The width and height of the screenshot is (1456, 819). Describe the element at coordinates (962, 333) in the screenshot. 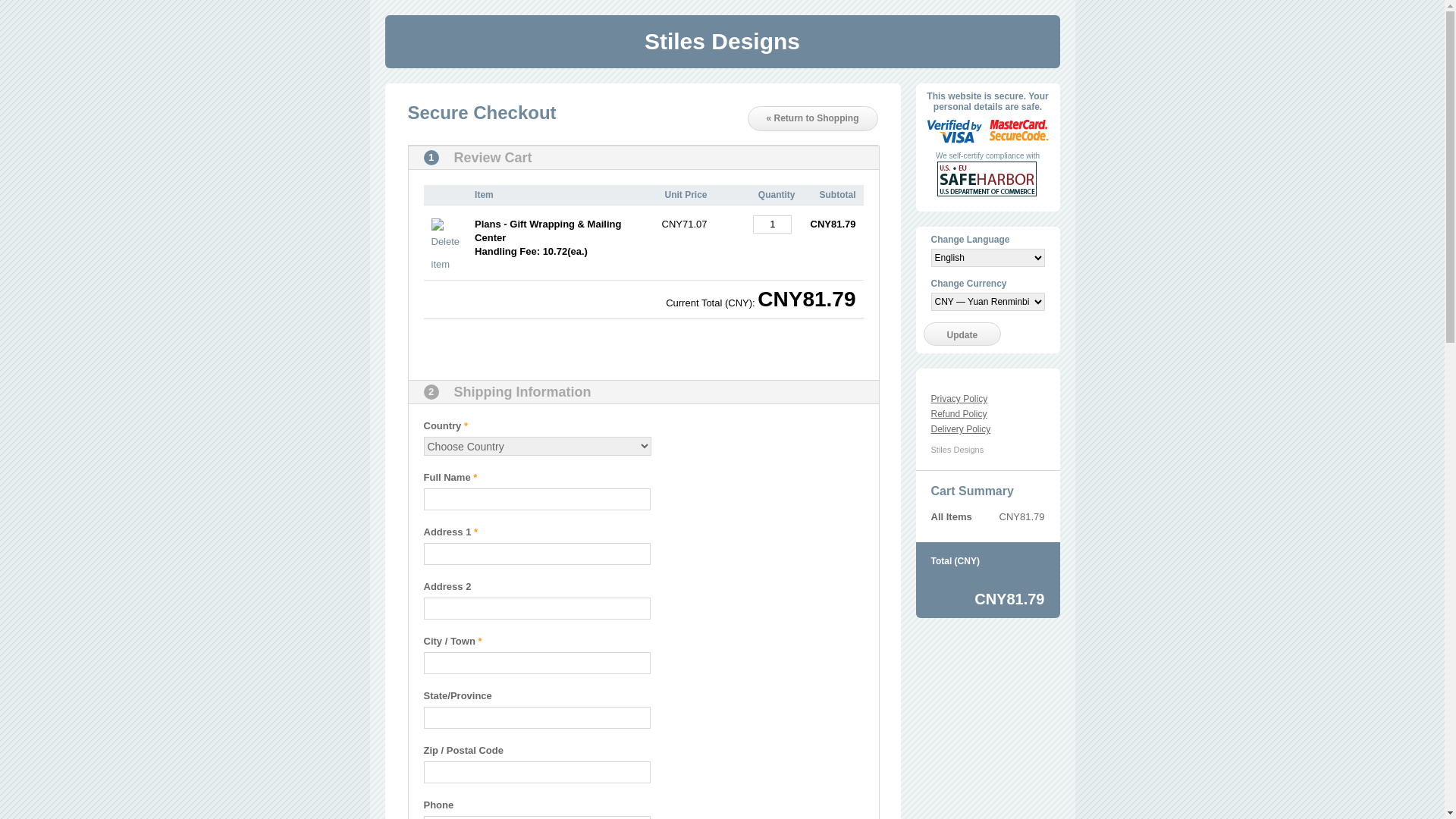

I see `'Update'` at that location.